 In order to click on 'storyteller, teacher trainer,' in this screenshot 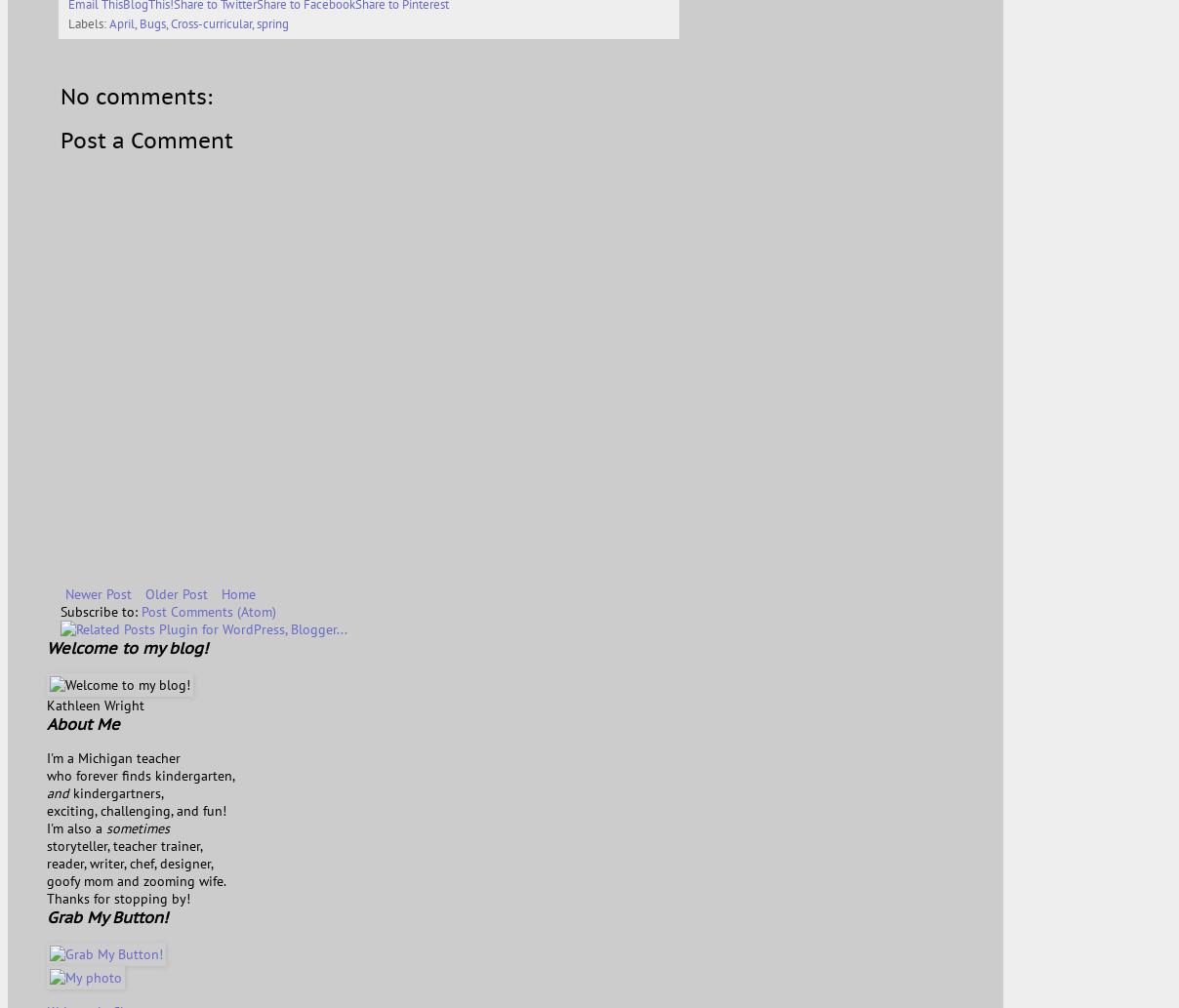, I will do `click(124, 843)`.